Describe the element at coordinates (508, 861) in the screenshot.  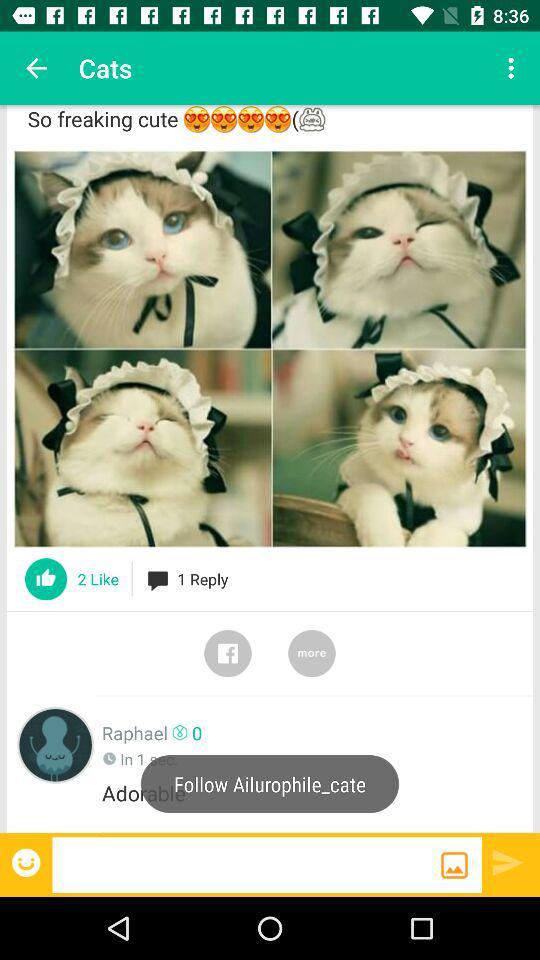
I see `the send icon` at that location.